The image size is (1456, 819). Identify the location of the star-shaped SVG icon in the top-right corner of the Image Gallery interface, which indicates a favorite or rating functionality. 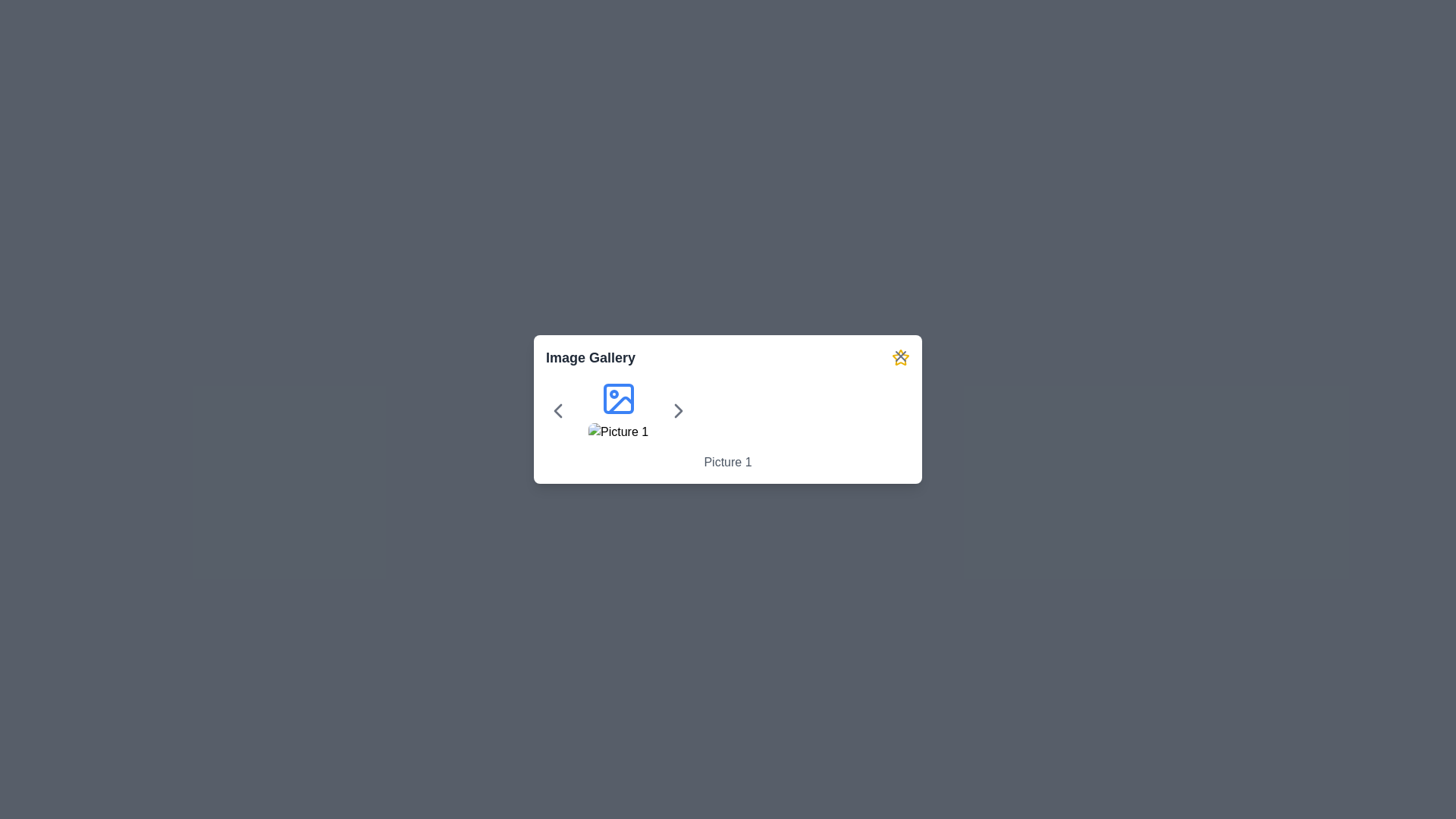
(901, 357).